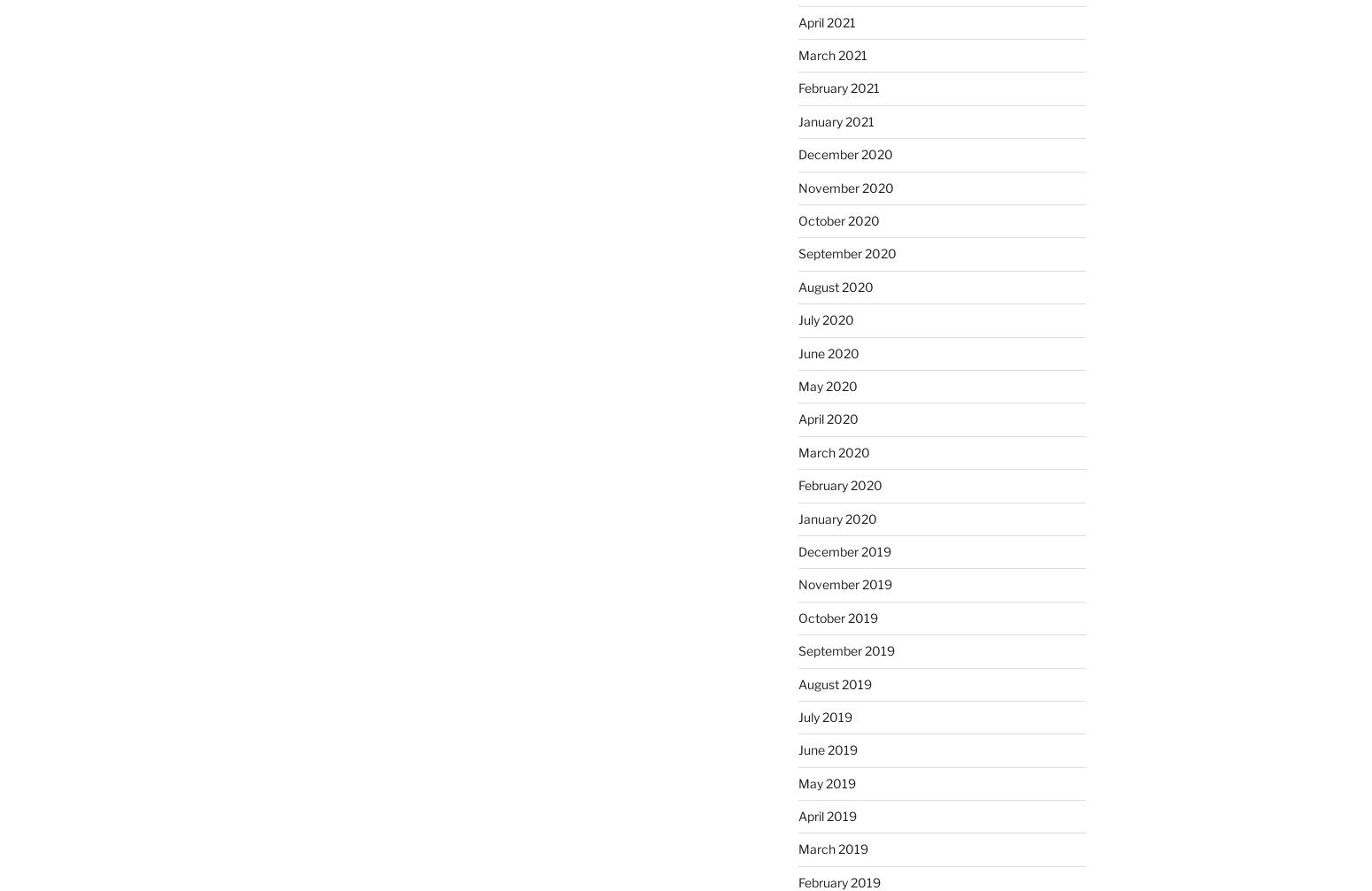  Describe the element at coordinates (837, 220) in the screenshot. I see `'October 2020'` at that location.